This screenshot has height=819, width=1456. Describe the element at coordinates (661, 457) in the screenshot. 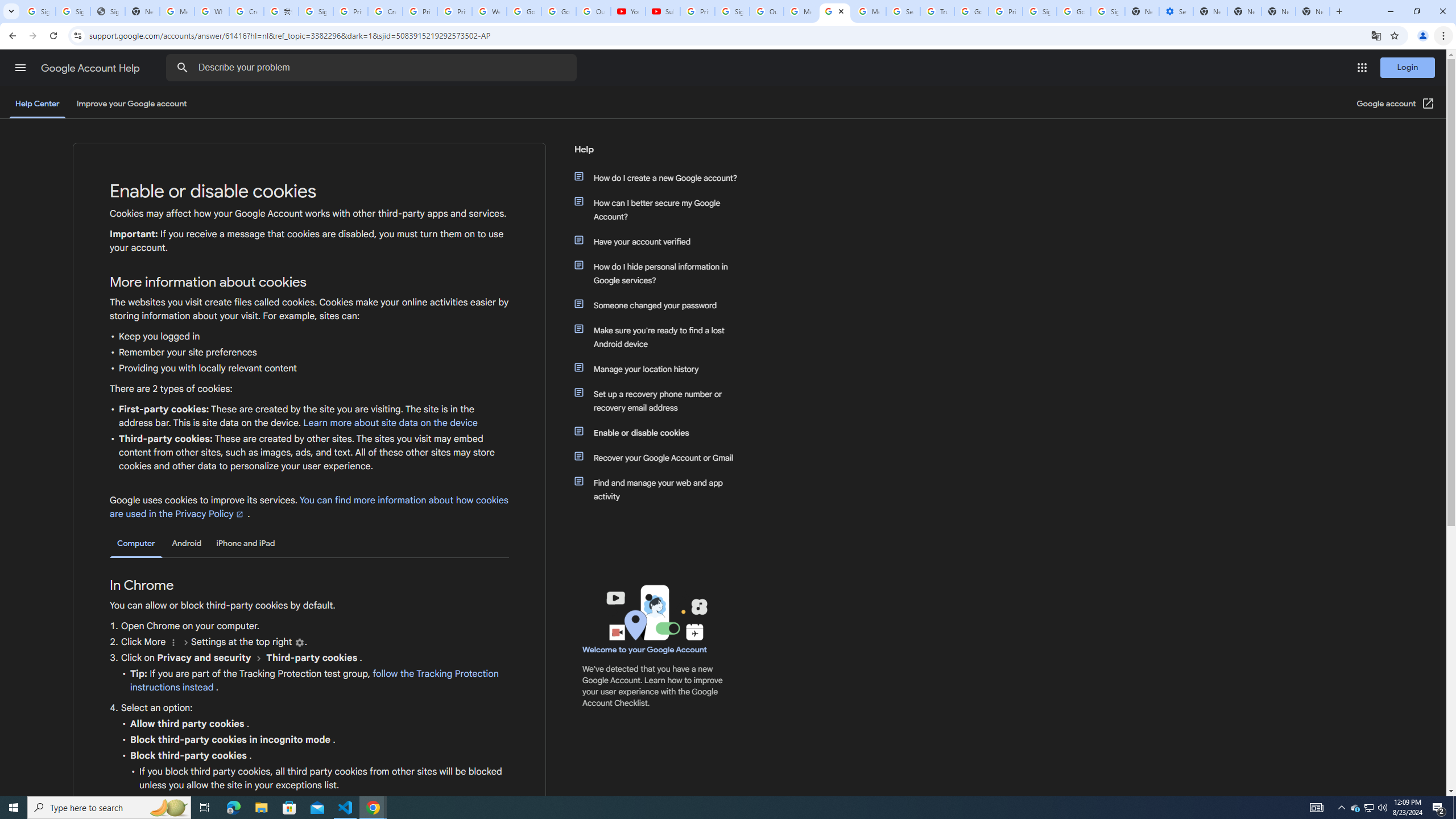

I see `'Recover your Google Account or Gmail'` at that location.